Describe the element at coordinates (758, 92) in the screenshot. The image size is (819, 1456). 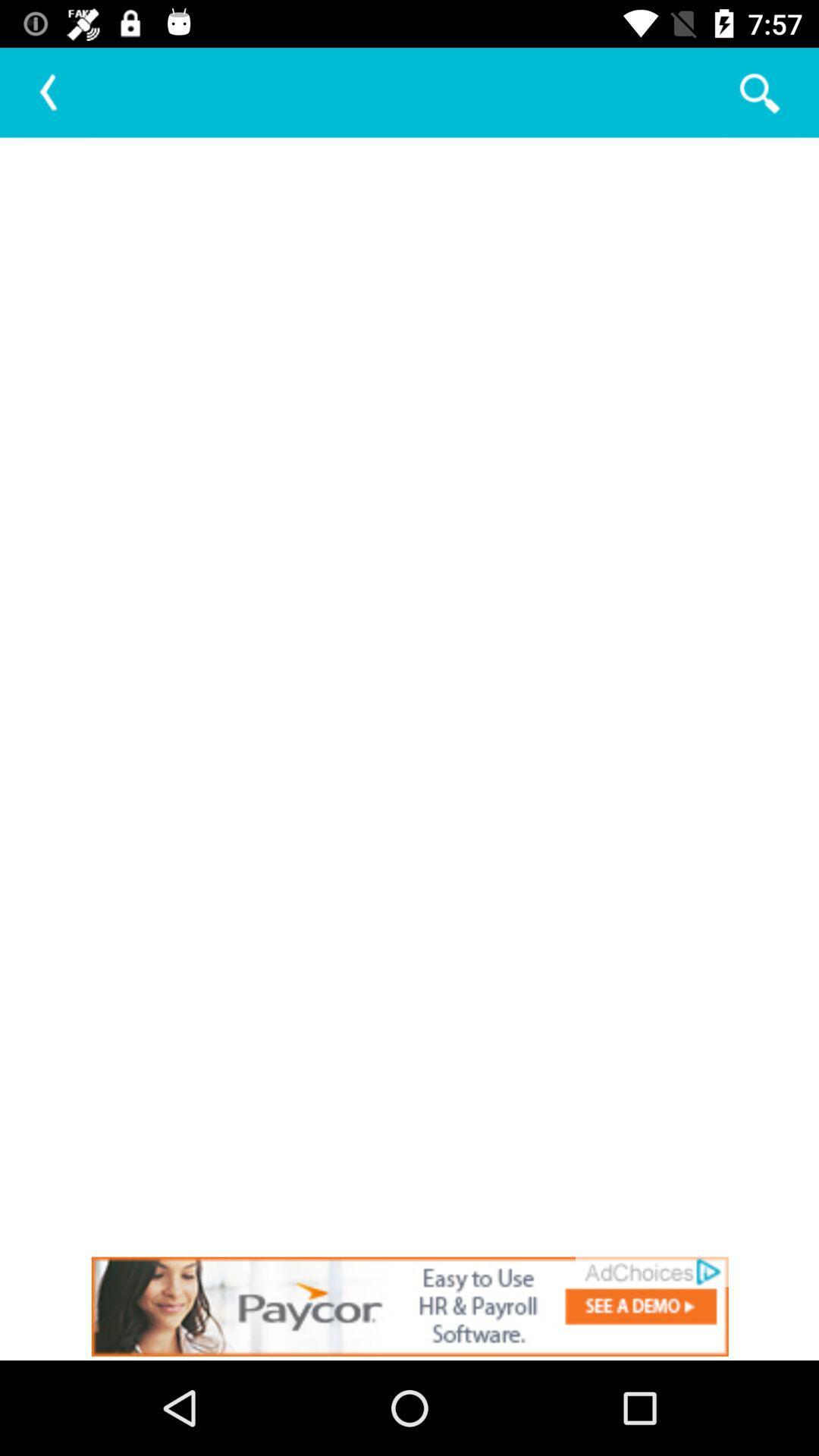
I see `the search icon` at that location.